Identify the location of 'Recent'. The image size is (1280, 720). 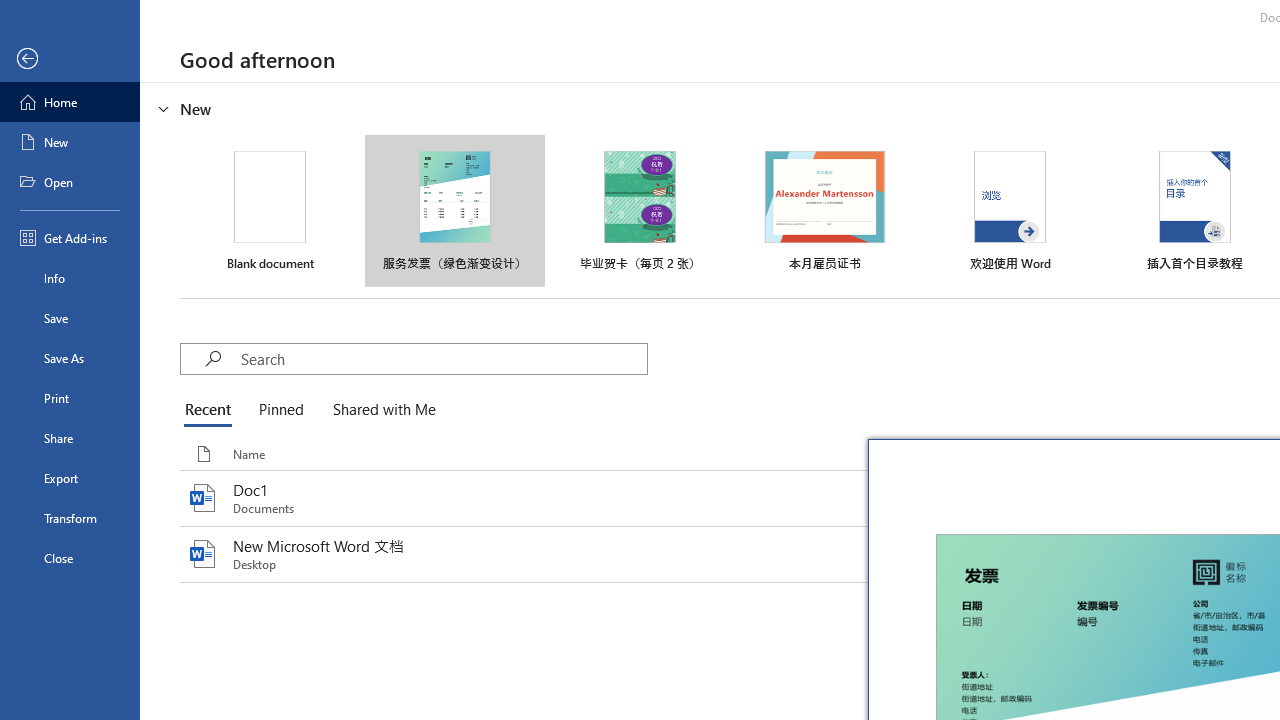
(212, 410).